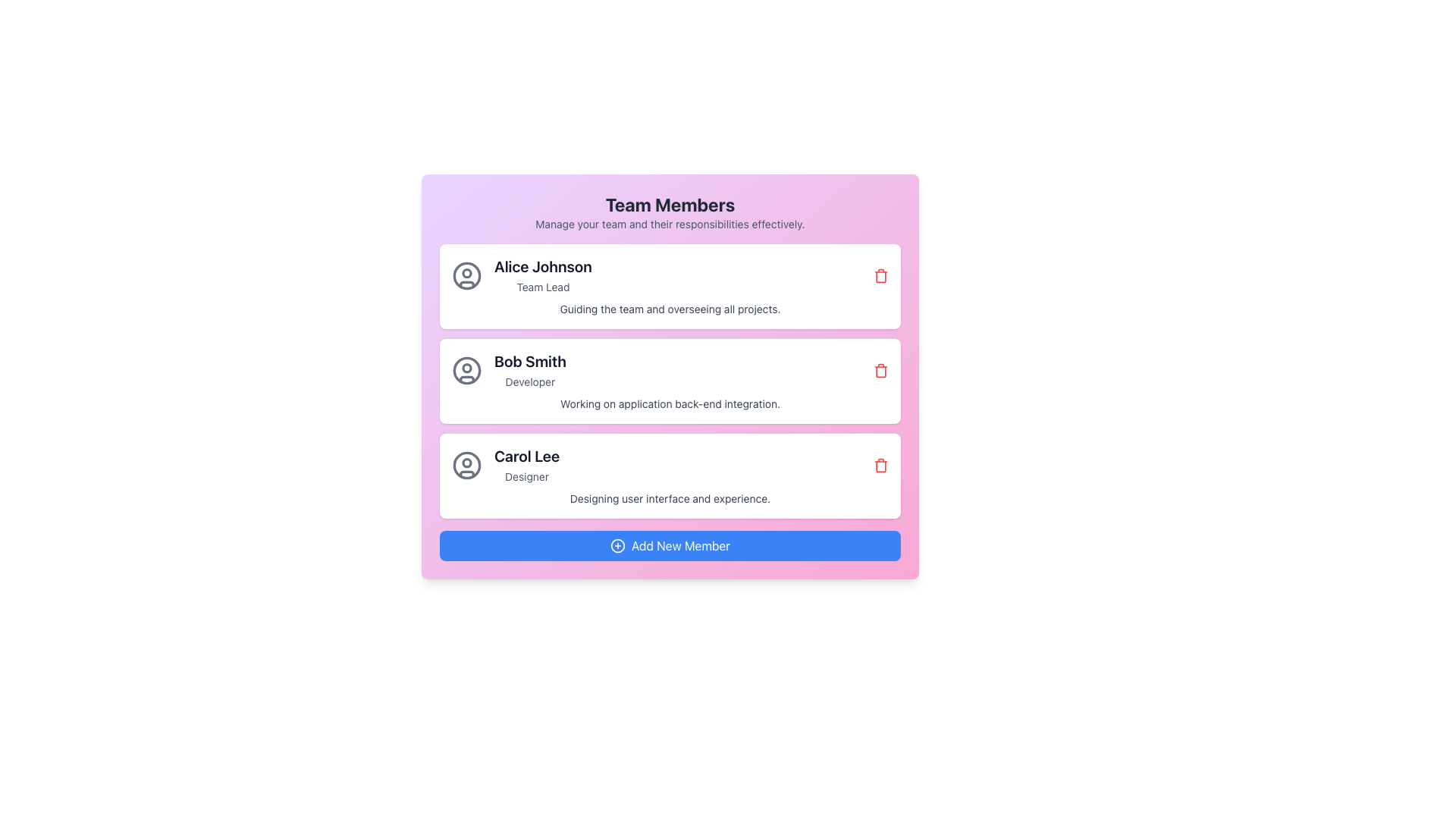 This screenshot has height=819, width=1456. I want to click on the outer circular outline of the user profile icon for 'Carol Lee' located in the third card of the team management interface, so click(466, 464).